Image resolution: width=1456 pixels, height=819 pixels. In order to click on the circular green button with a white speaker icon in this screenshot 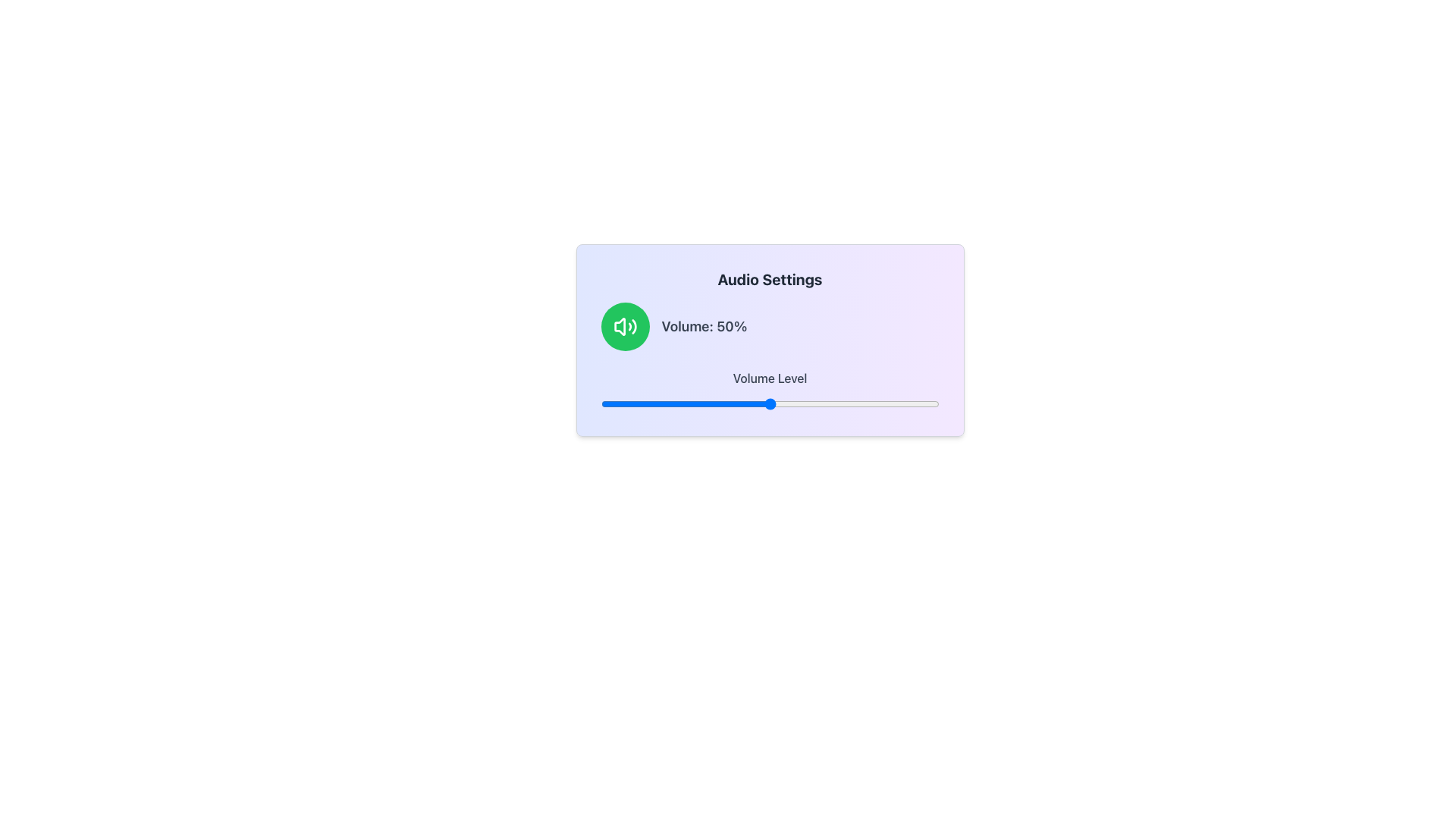, I will do `click(625, 326)`.